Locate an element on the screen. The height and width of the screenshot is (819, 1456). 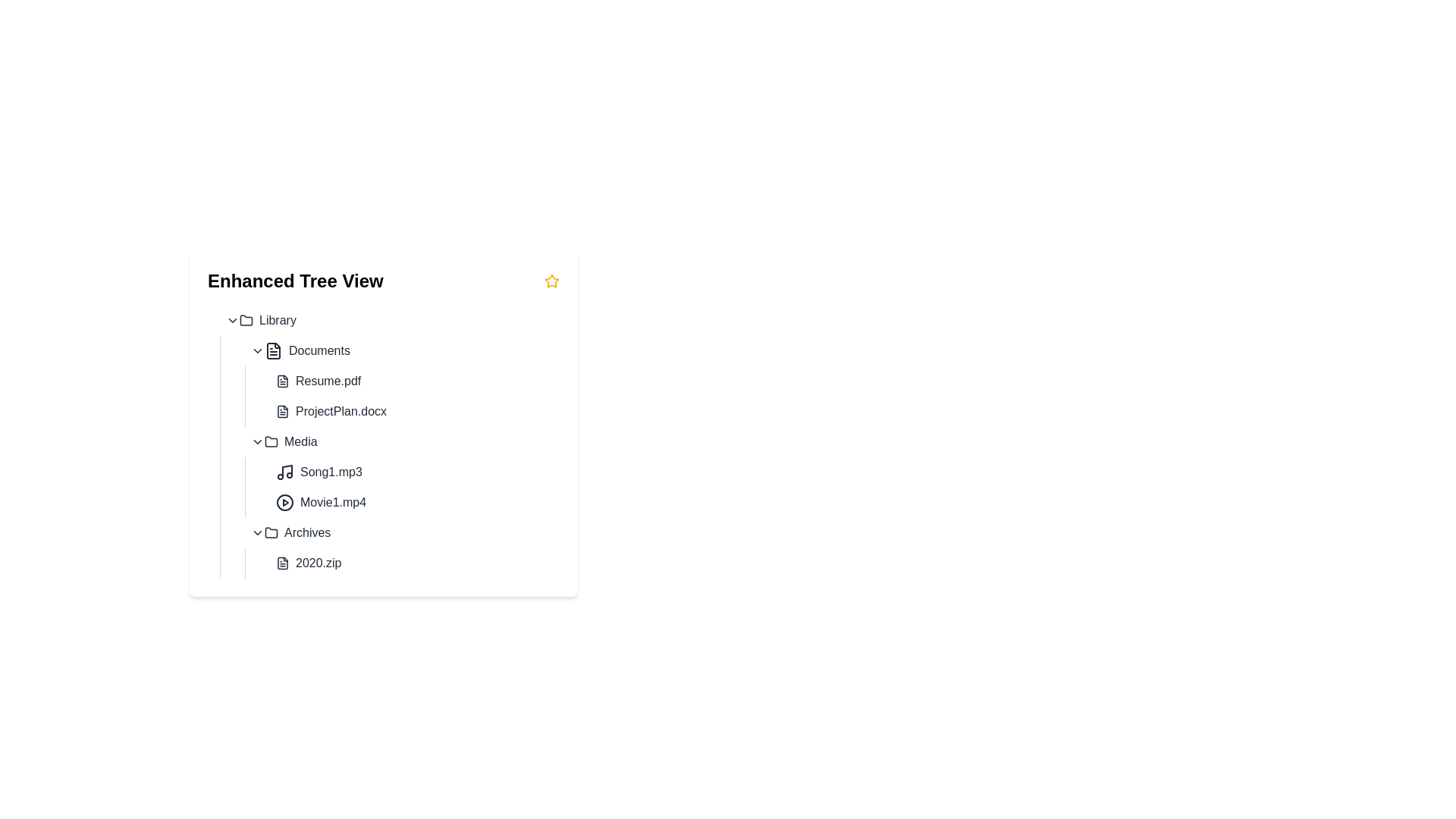
the 'Media' label in the collapsible tree structure is located at coordinates (300, 441).